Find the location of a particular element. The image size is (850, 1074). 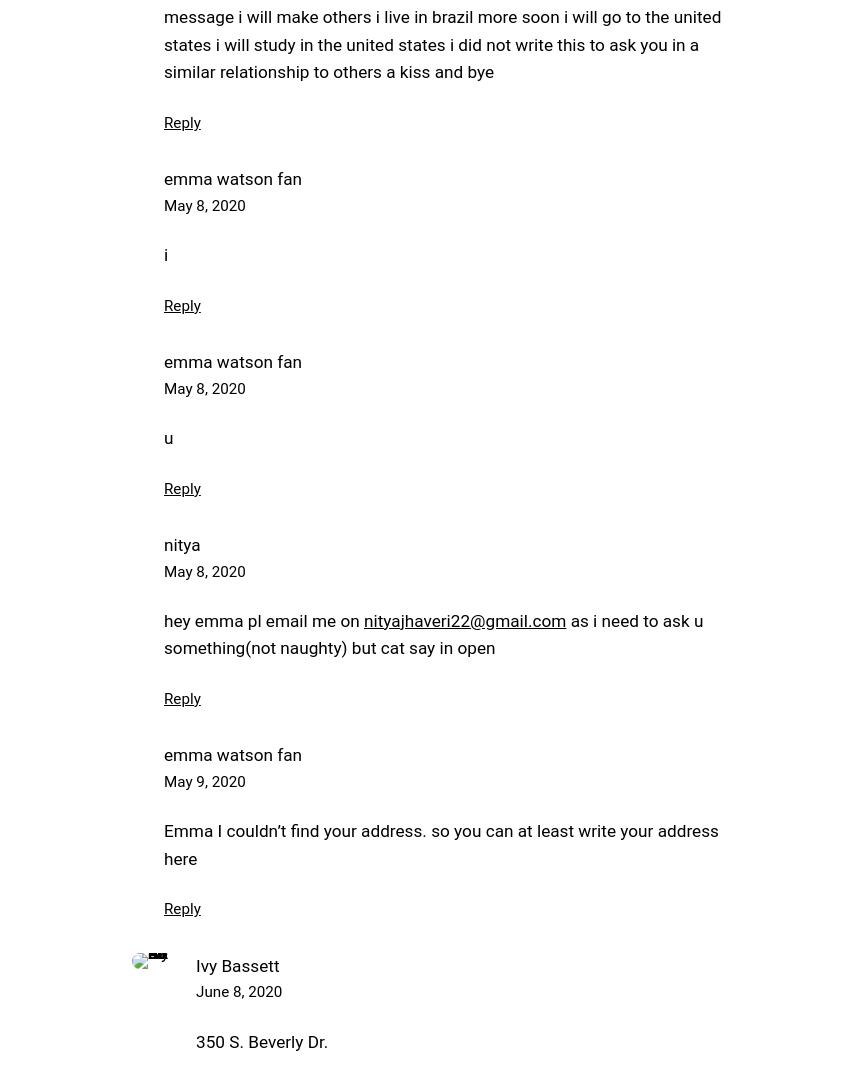

'350 S. Beverly Dr.' is located at coordinates (260, 1041).